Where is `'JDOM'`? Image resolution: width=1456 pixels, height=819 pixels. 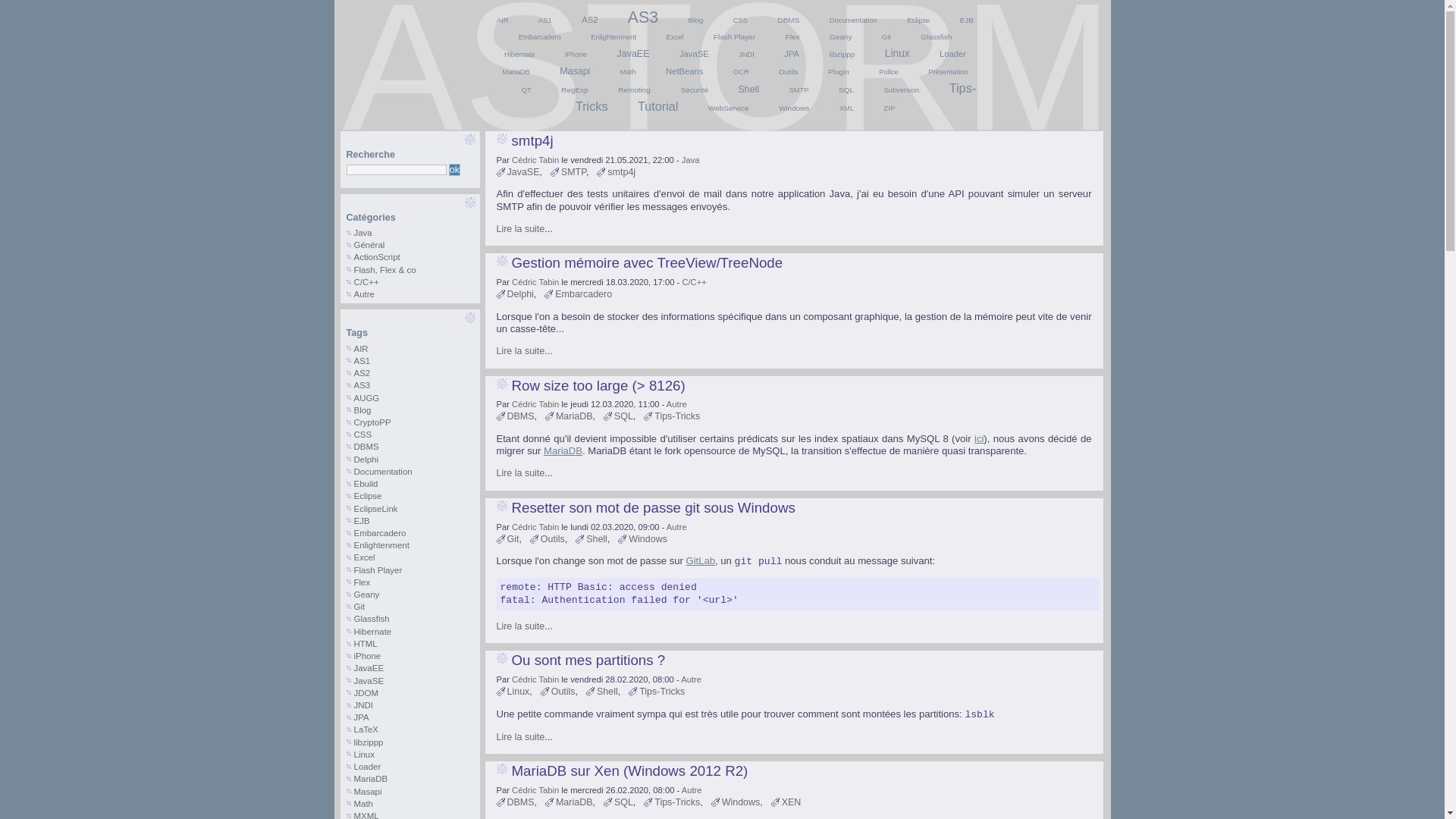
'JDOM' is located at coordinates (366, 693).